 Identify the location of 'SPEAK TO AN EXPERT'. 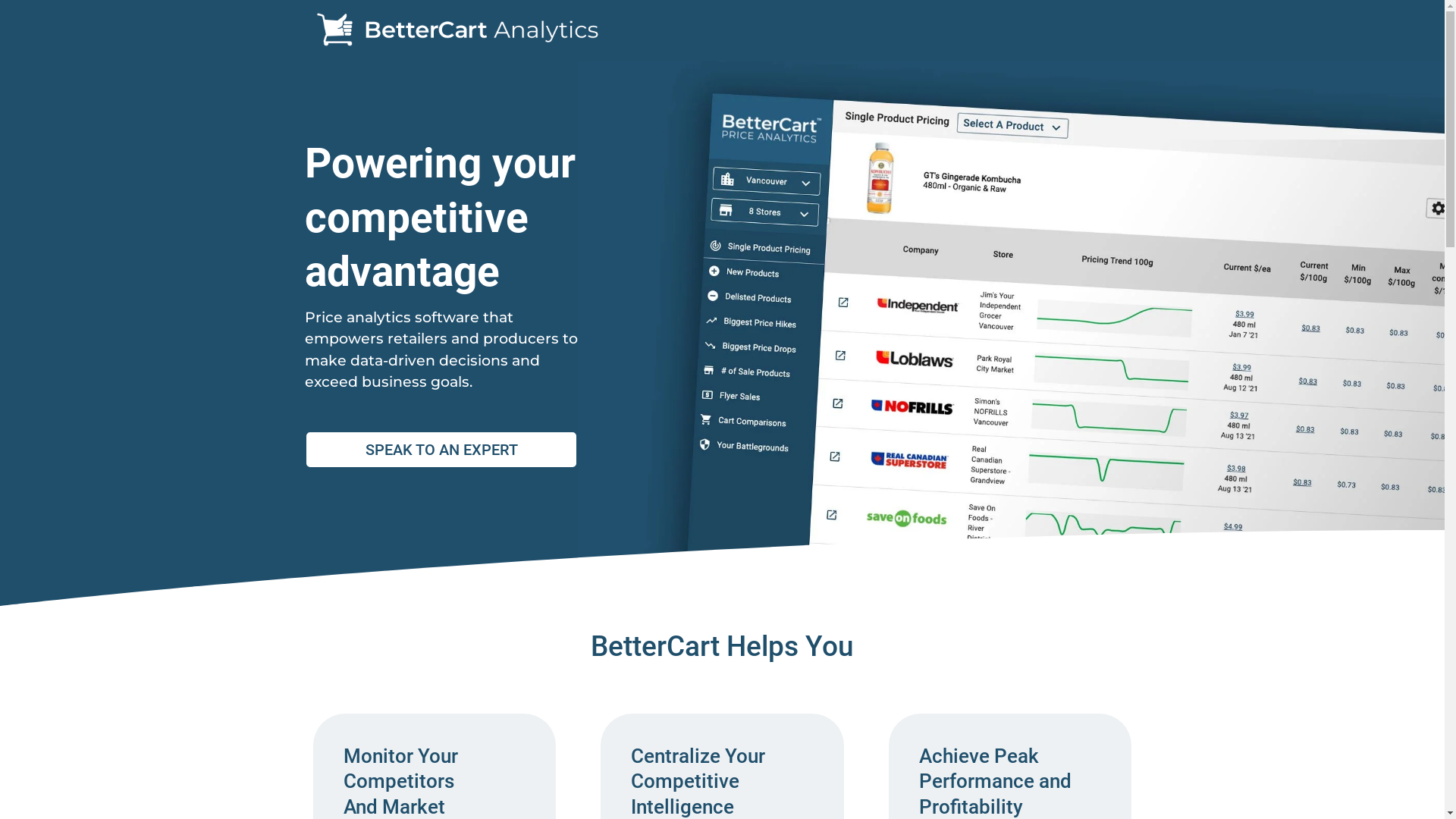
(440, 449).